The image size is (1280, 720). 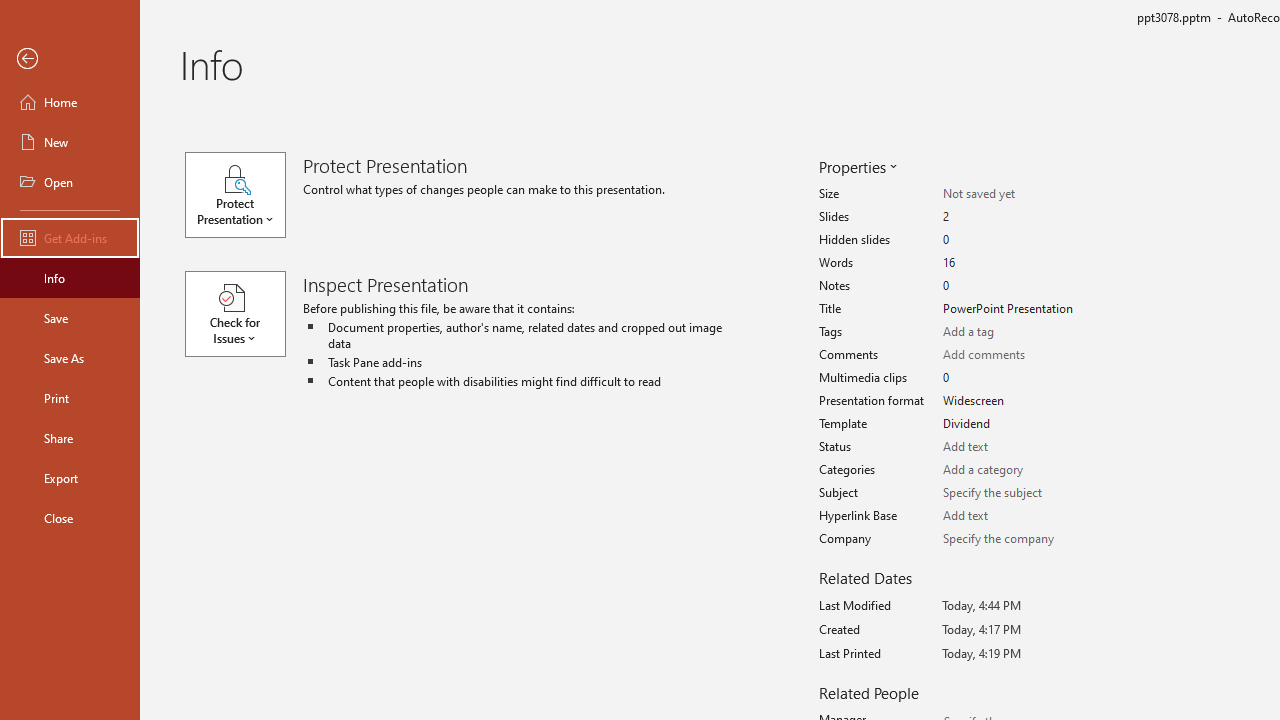 I want to click on 'Notes', so click(x=1012, y=286).